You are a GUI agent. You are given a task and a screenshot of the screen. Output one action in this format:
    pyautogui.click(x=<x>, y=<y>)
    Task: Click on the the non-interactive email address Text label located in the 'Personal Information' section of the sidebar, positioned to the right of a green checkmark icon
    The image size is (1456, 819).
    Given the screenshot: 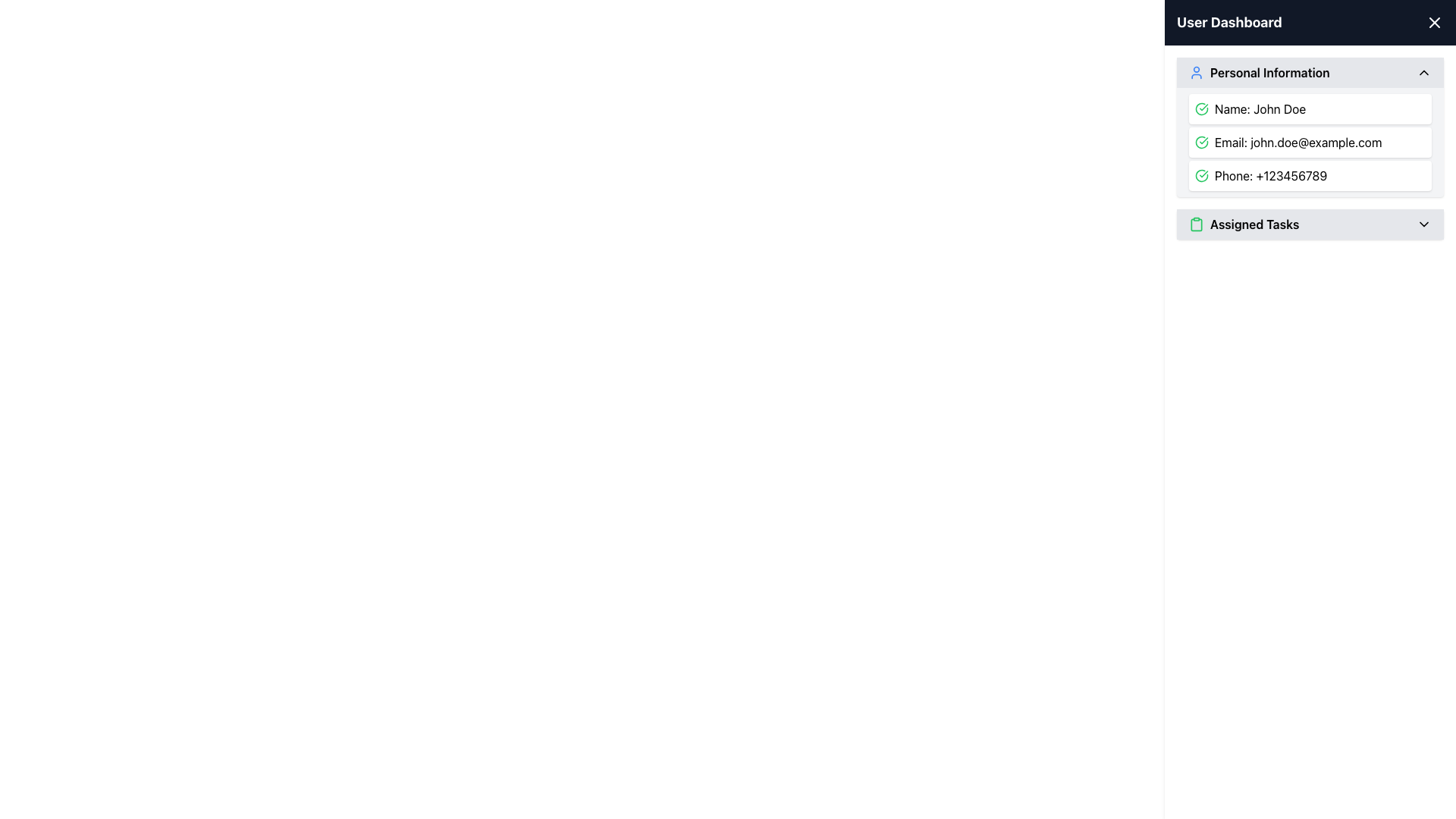 What is the action you would take?
    pyautogui.click(x=1298, y=143)
    